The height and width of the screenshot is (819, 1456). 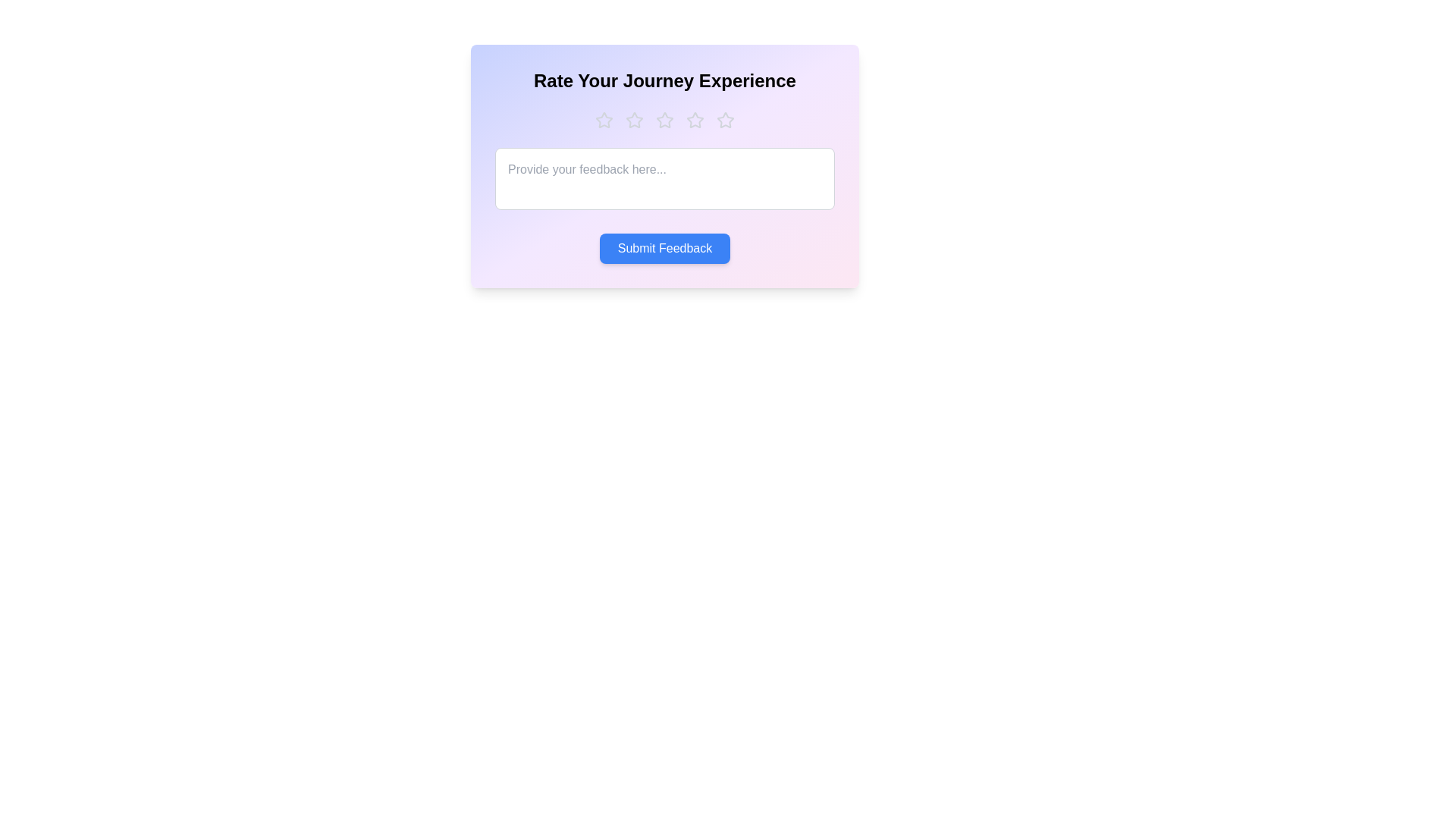 What do you see at coordinates (694, 119) in the screenshot?
I see `the star corresponding to the desired rating 4 to set the rating` at bounding box center [694, 119].